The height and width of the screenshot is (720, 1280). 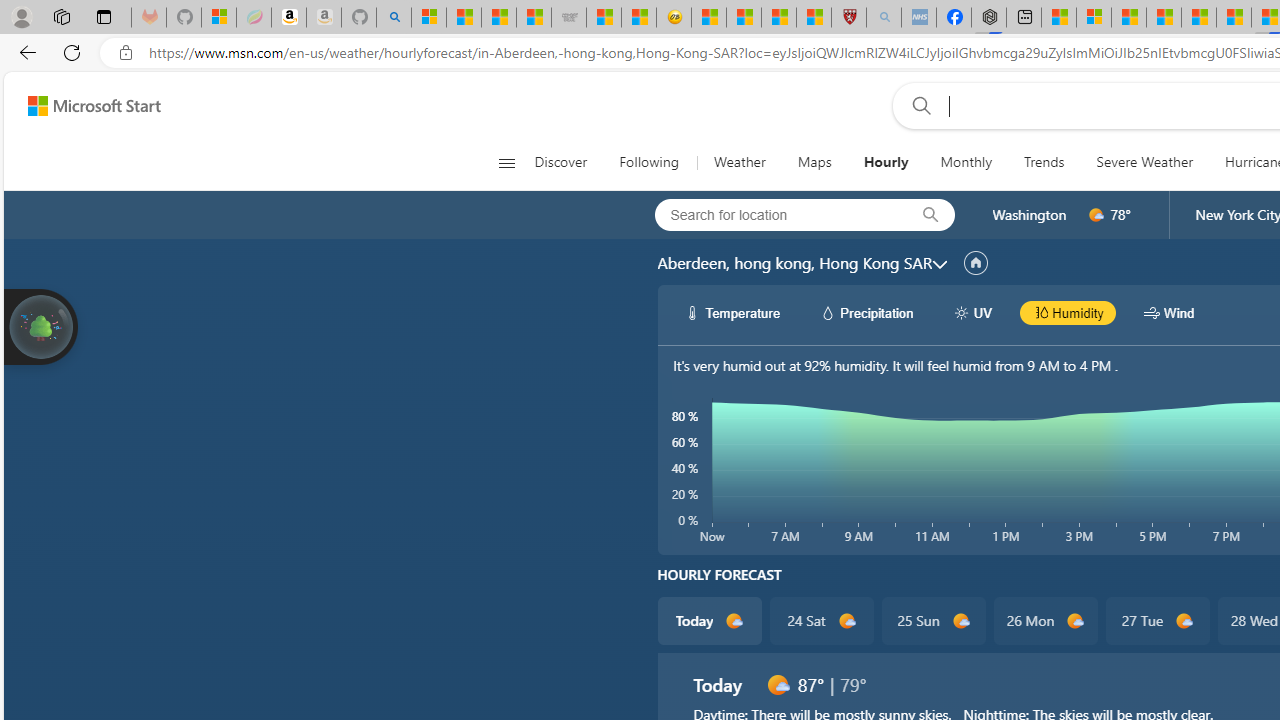 What do you see at coordinates (1044, 162) in the screenshot?
I see `'Trends'` at bounding box center [1044, 162].